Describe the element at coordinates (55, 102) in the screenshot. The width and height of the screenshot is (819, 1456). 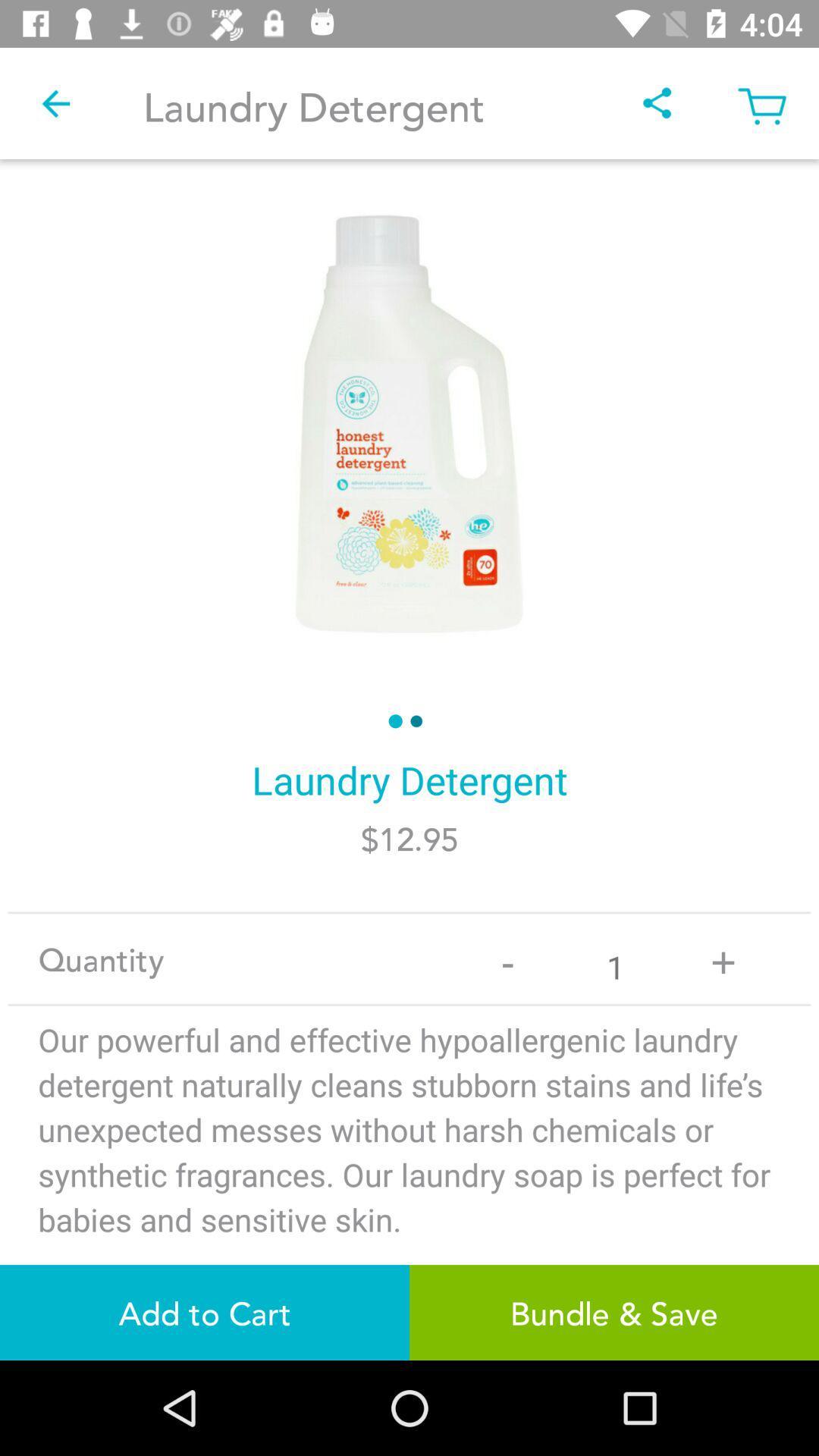
I see `icon next to laundry detergent item` at that location.